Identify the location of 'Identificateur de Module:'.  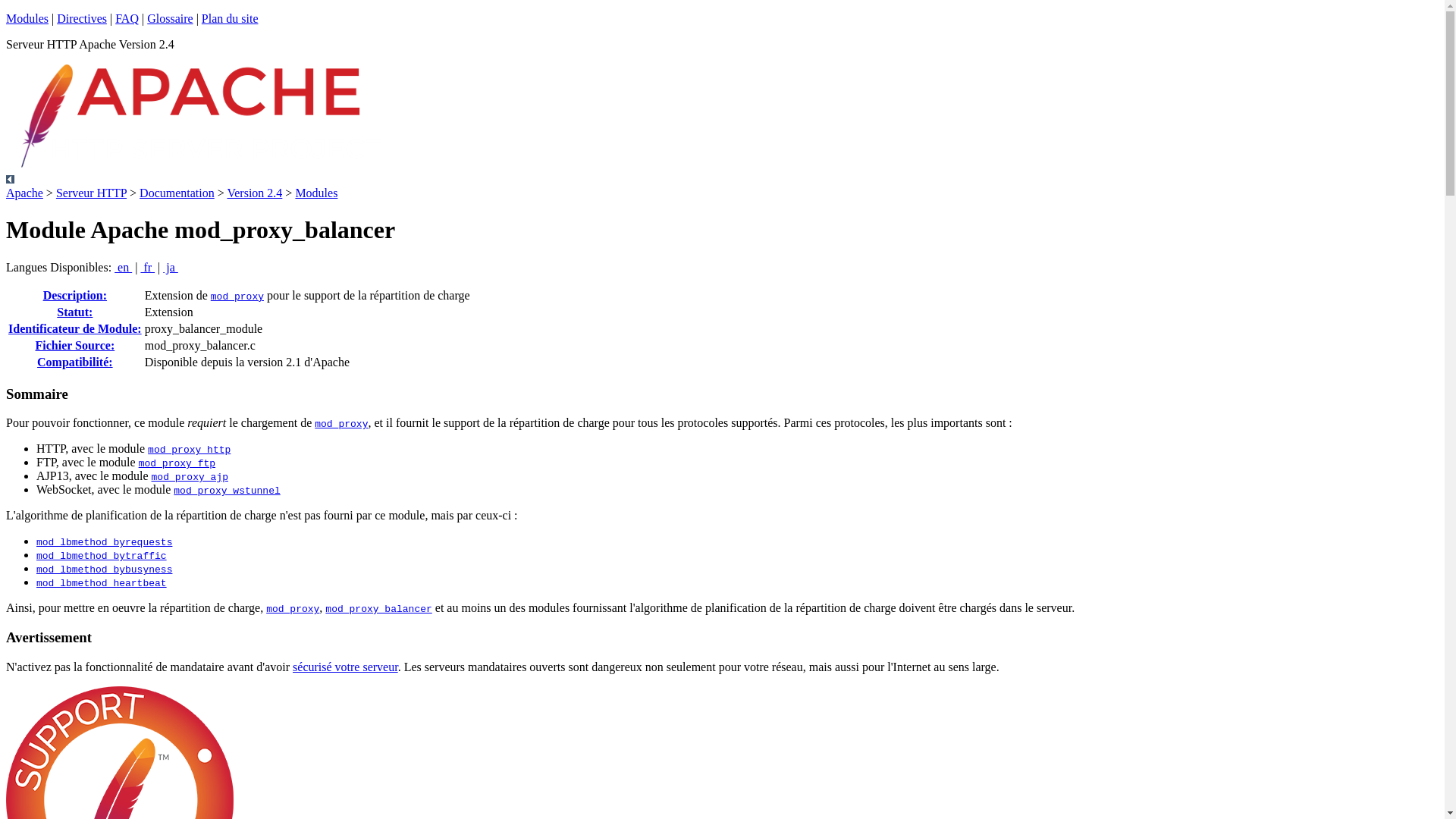
(74, 328).